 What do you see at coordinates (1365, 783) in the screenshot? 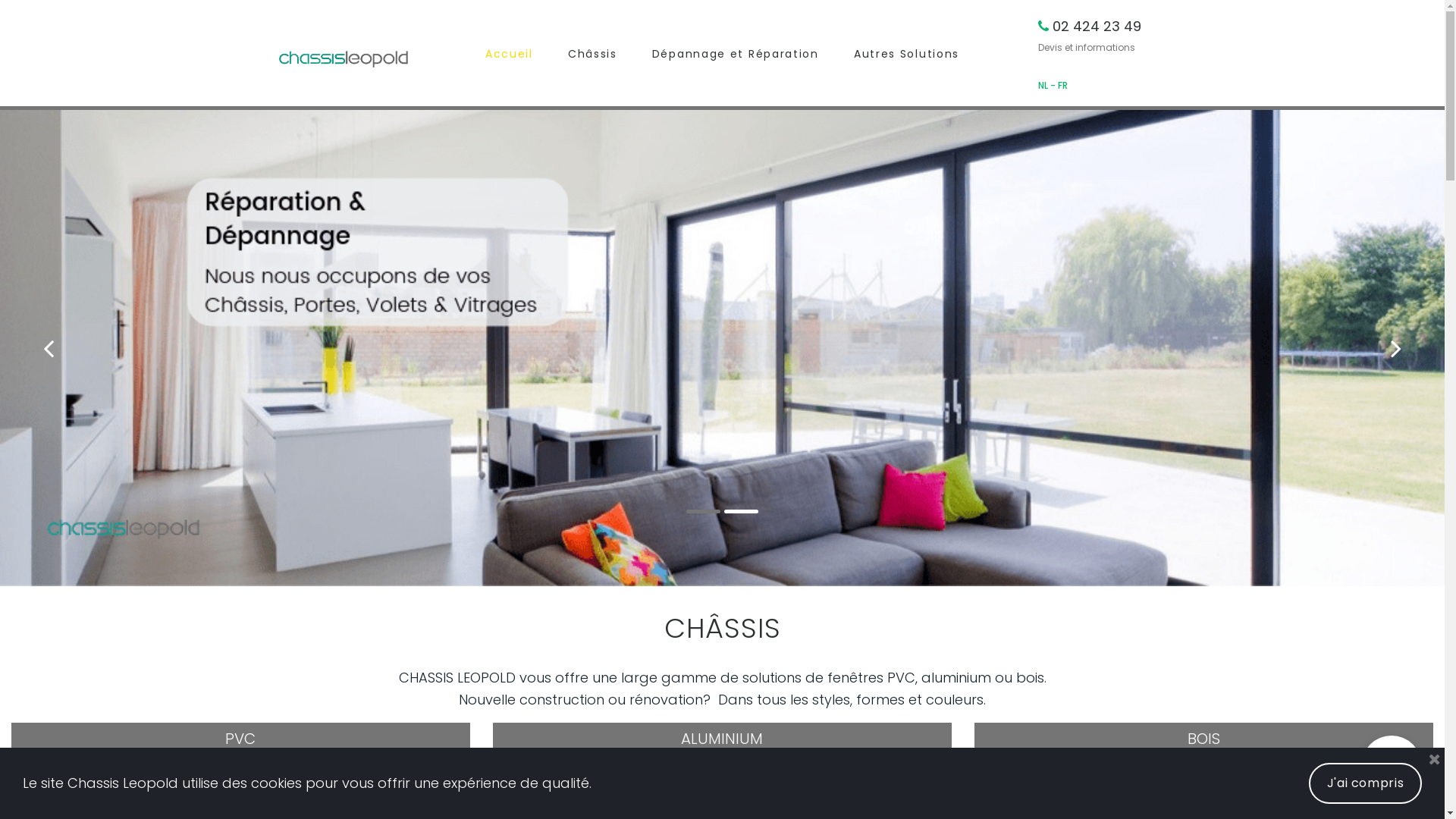
I see `'J'ai compris'` at bounding box center [1365, 783].